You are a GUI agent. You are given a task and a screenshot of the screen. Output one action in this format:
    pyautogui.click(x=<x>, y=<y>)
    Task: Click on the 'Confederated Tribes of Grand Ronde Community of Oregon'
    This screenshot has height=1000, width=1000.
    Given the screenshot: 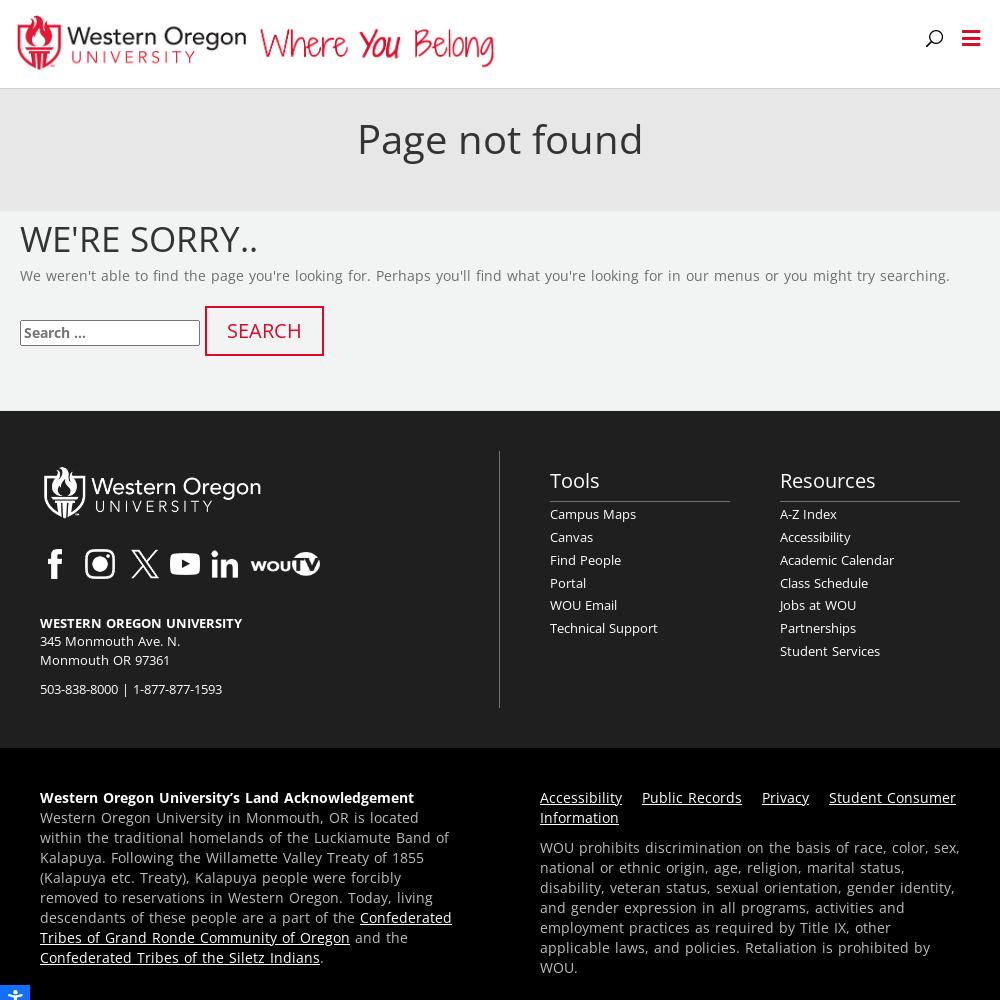 What is the action you would take?
    pyautogui.click(x=245, y=927)
    